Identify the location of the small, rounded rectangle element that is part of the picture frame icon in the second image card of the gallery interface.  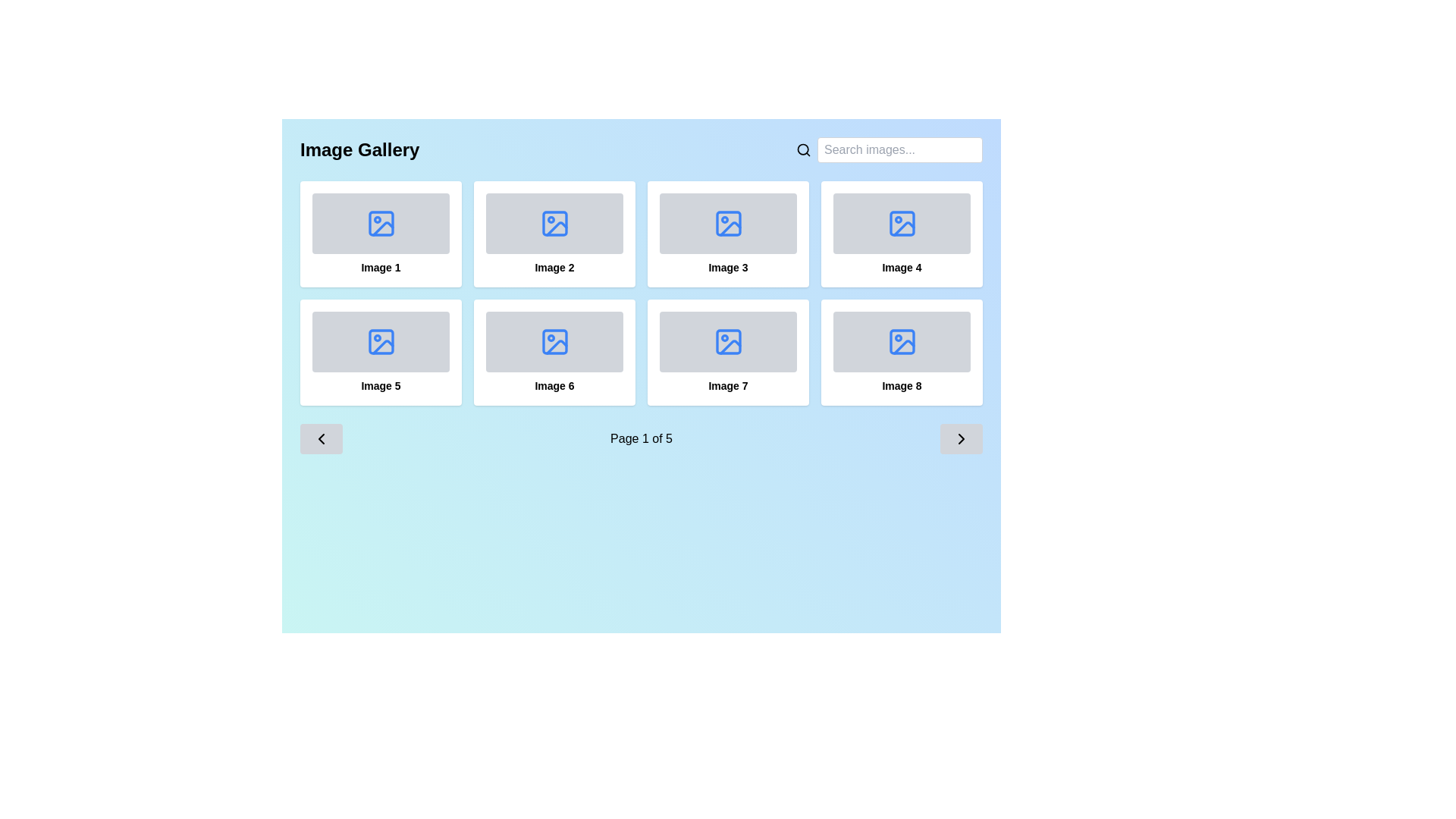
(554, 223).